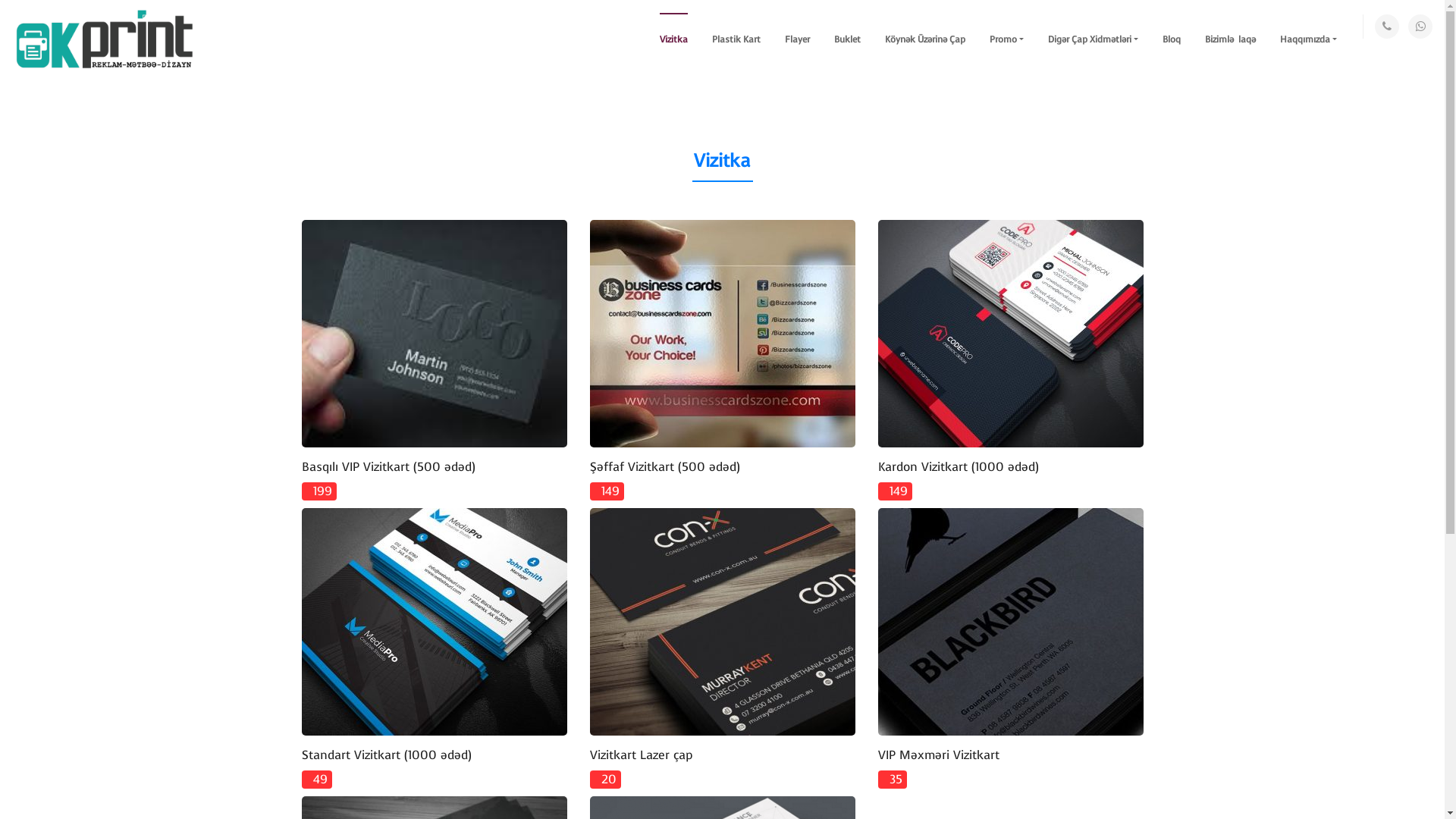 Image resolution: width=1456 pixels, height=819 pixels. What do you see at coordinates (846, 38) in the screenshot?
I see `'Buklet'` at bounding box center [846, 38].